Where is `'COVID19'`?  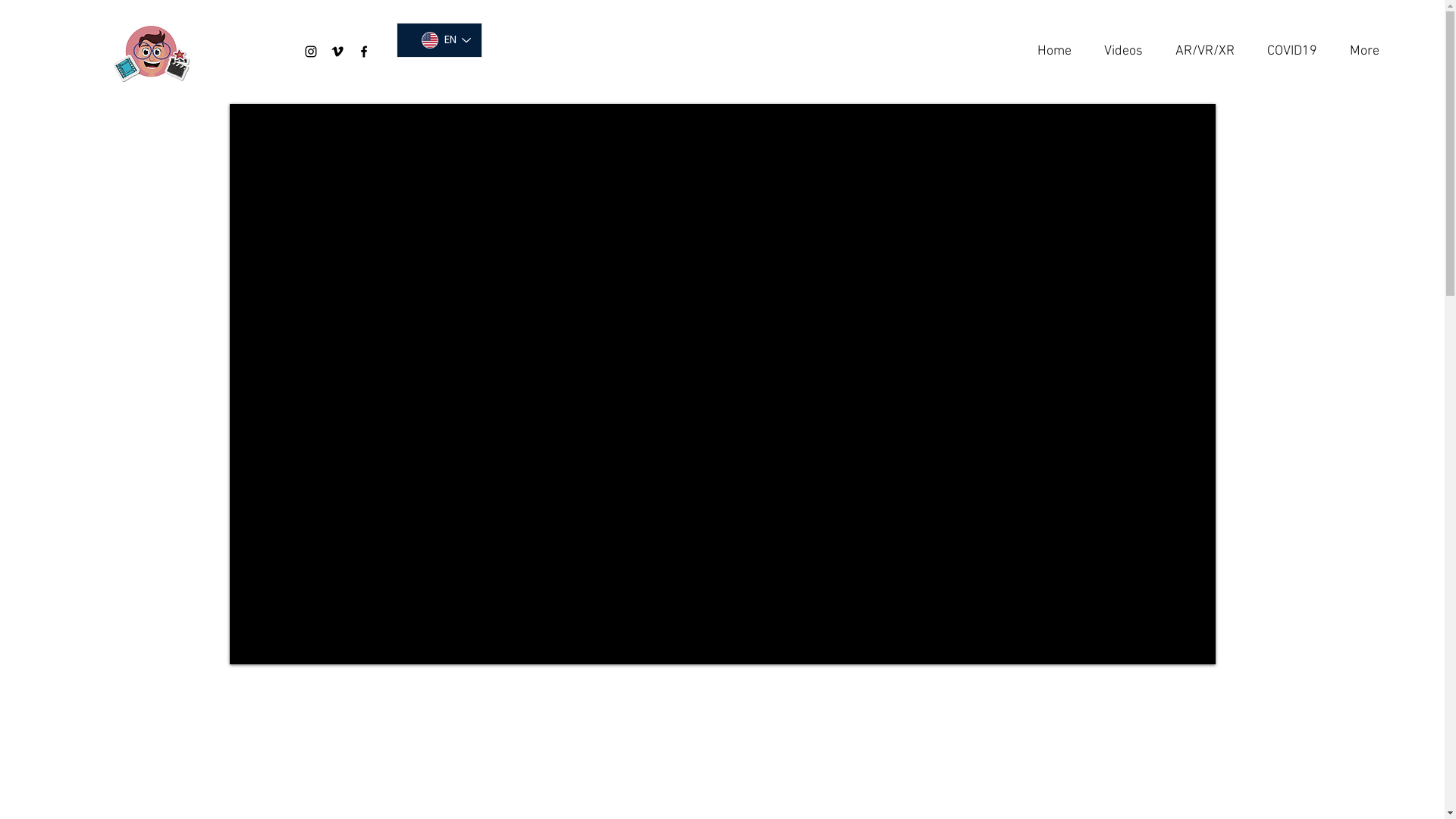
'COVID19' is located at coordinates (1286, 50).